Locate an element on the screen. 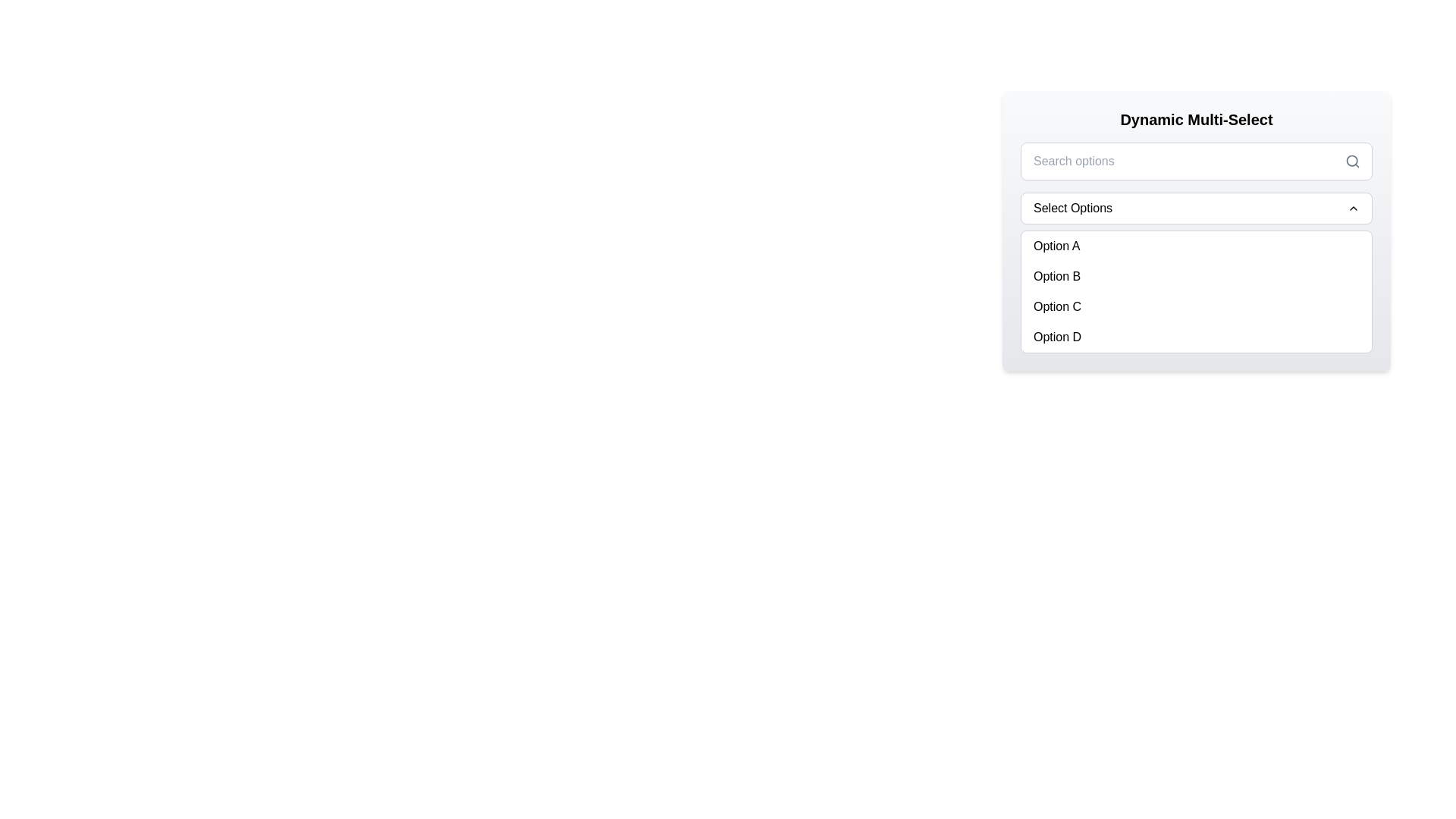 The image size is (1456, 819). the chevron icon located in the right section of the 'Select Options' dropdown is located at coordinates (1354, 208).